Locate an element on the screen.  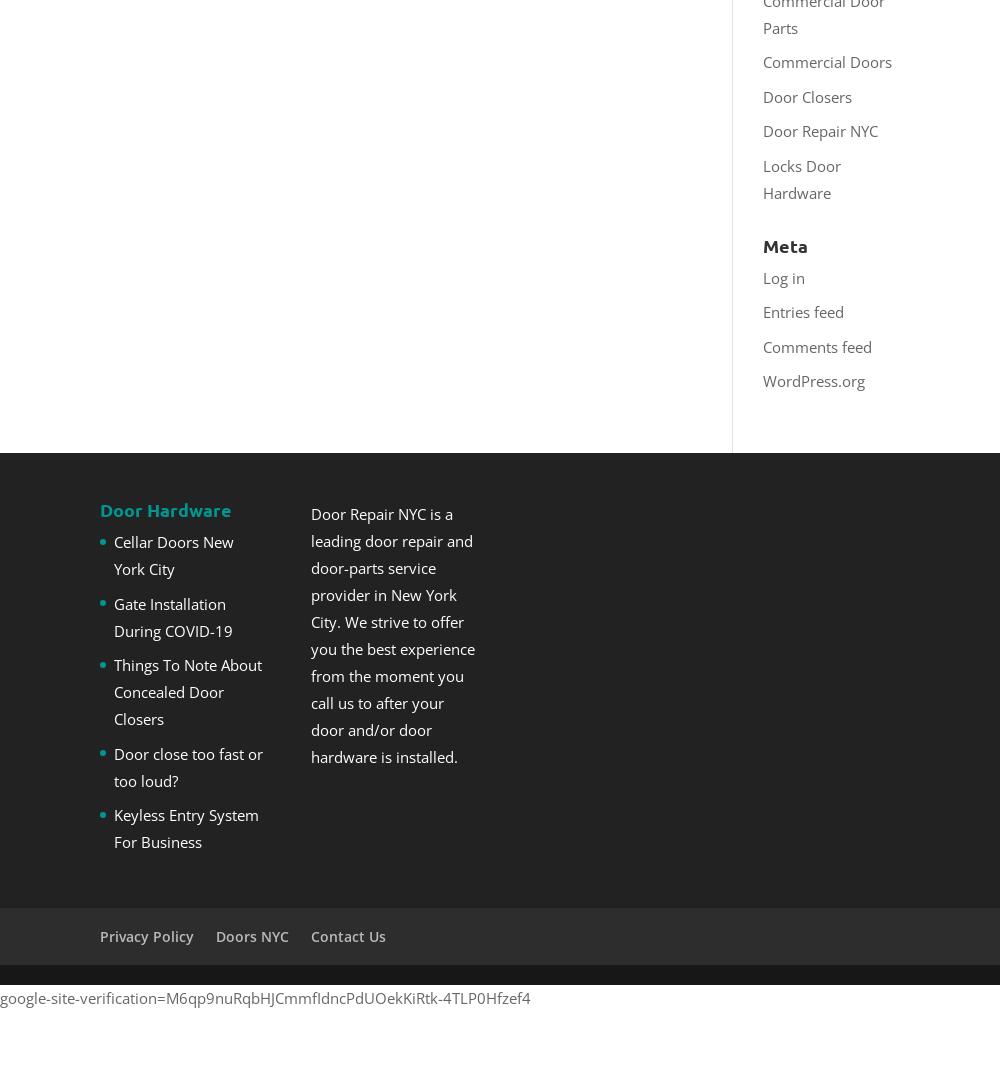
'Privacy Policy' is located at coordinates (147, 934).